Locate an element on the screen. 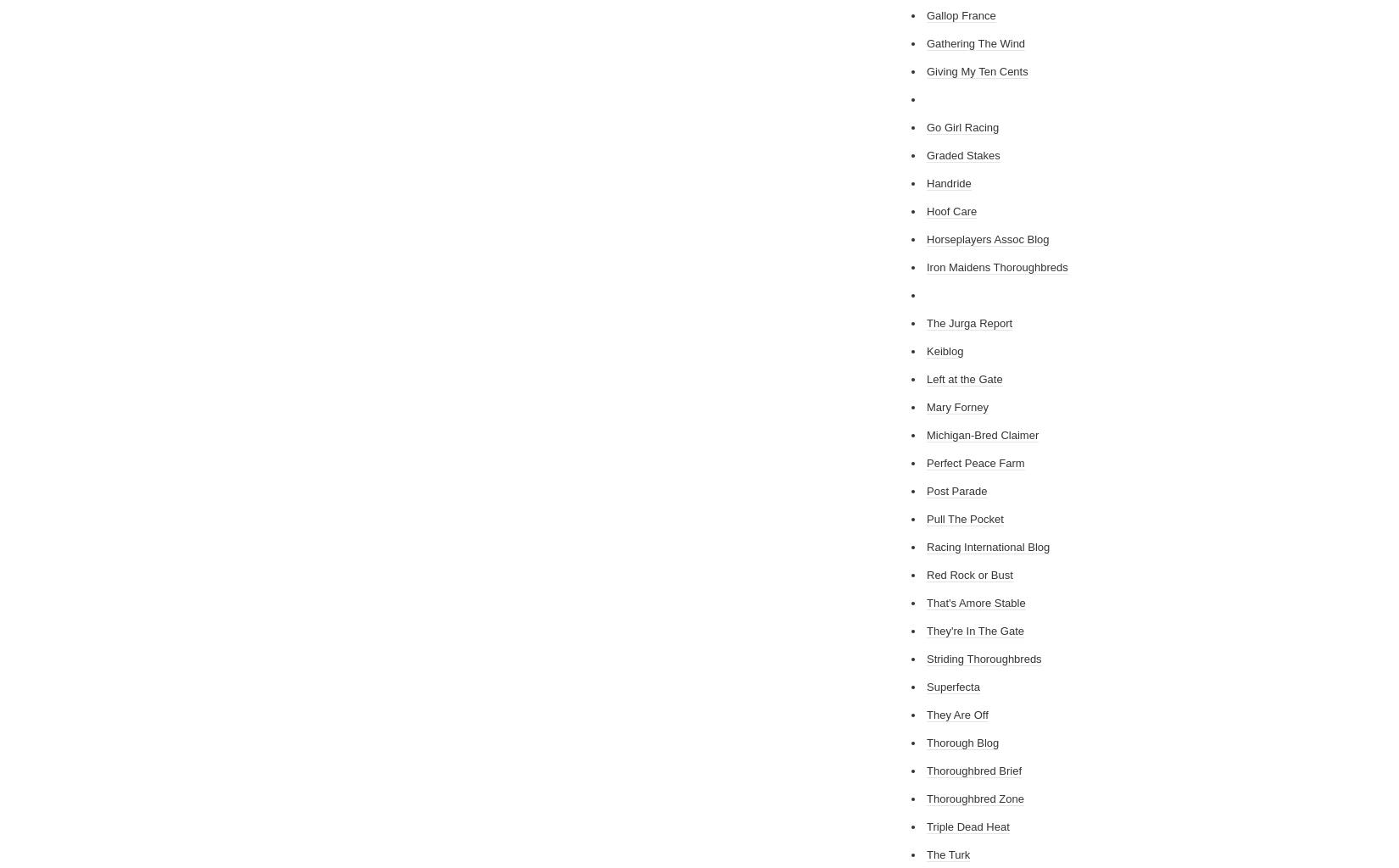  'Keiblog' is located at coordinates (945, 350).